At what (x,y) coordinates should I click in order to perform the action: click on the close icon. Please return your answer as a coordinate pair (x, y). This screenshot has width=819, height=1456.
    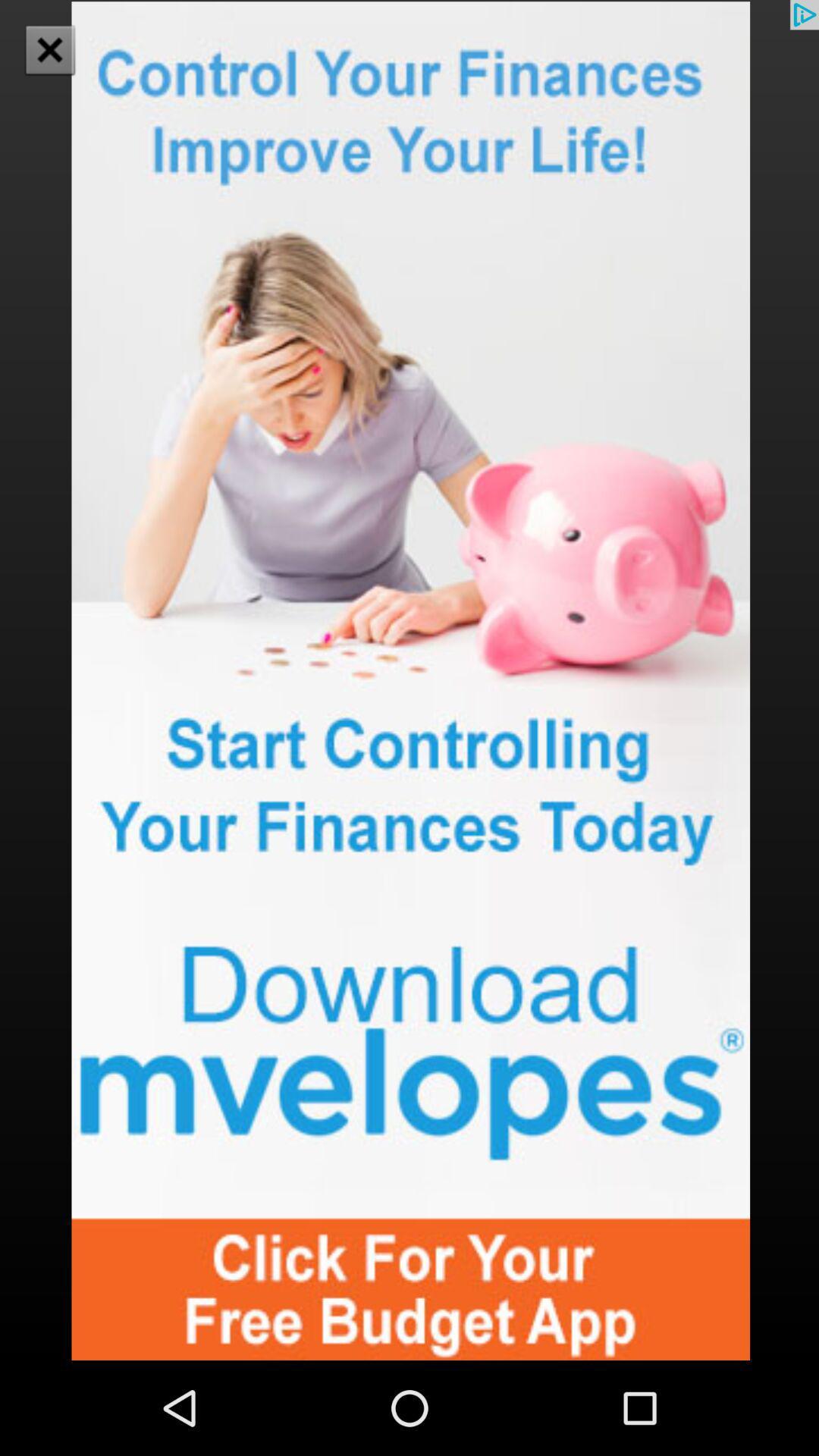
    Looking at the image, I should click on (58, 63).